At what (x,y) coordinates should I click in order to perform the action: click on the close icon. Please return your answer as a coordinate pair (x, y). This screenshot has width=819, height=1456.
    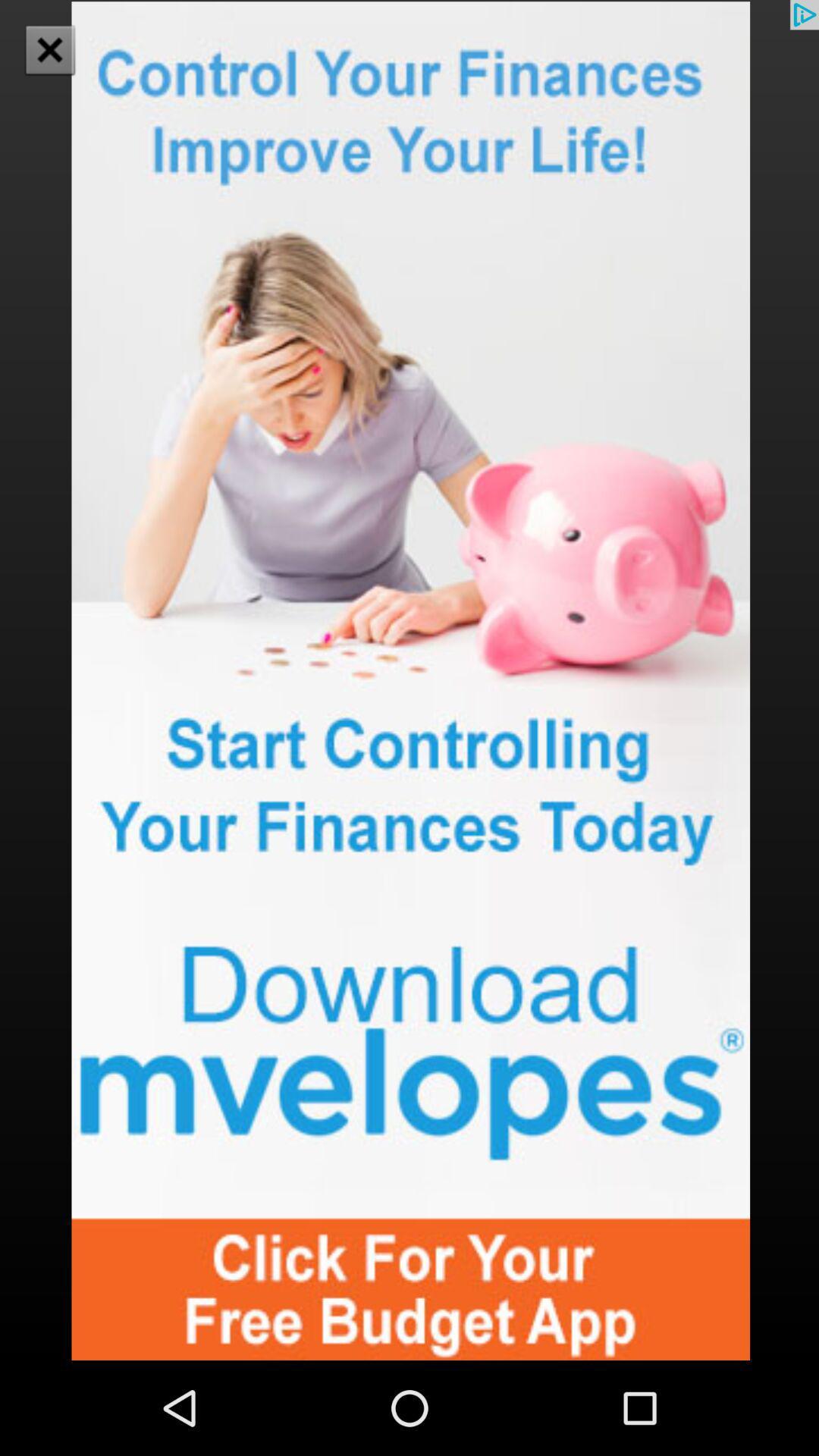
    Looking at the image, I should click on (58, 63).